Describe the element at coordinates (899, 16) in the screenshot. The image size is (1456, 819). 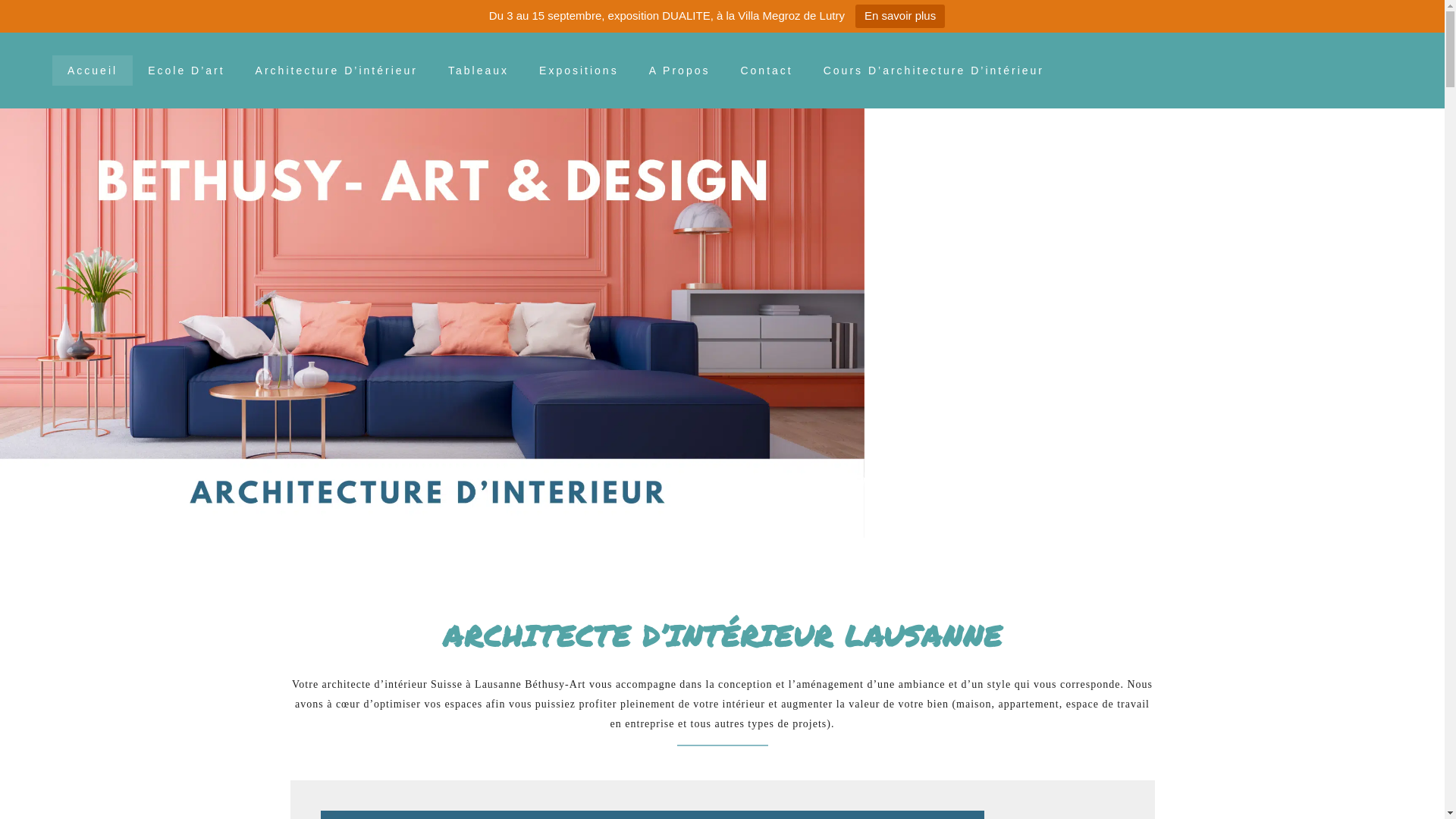
I see `'En savoir plus'` at that location.